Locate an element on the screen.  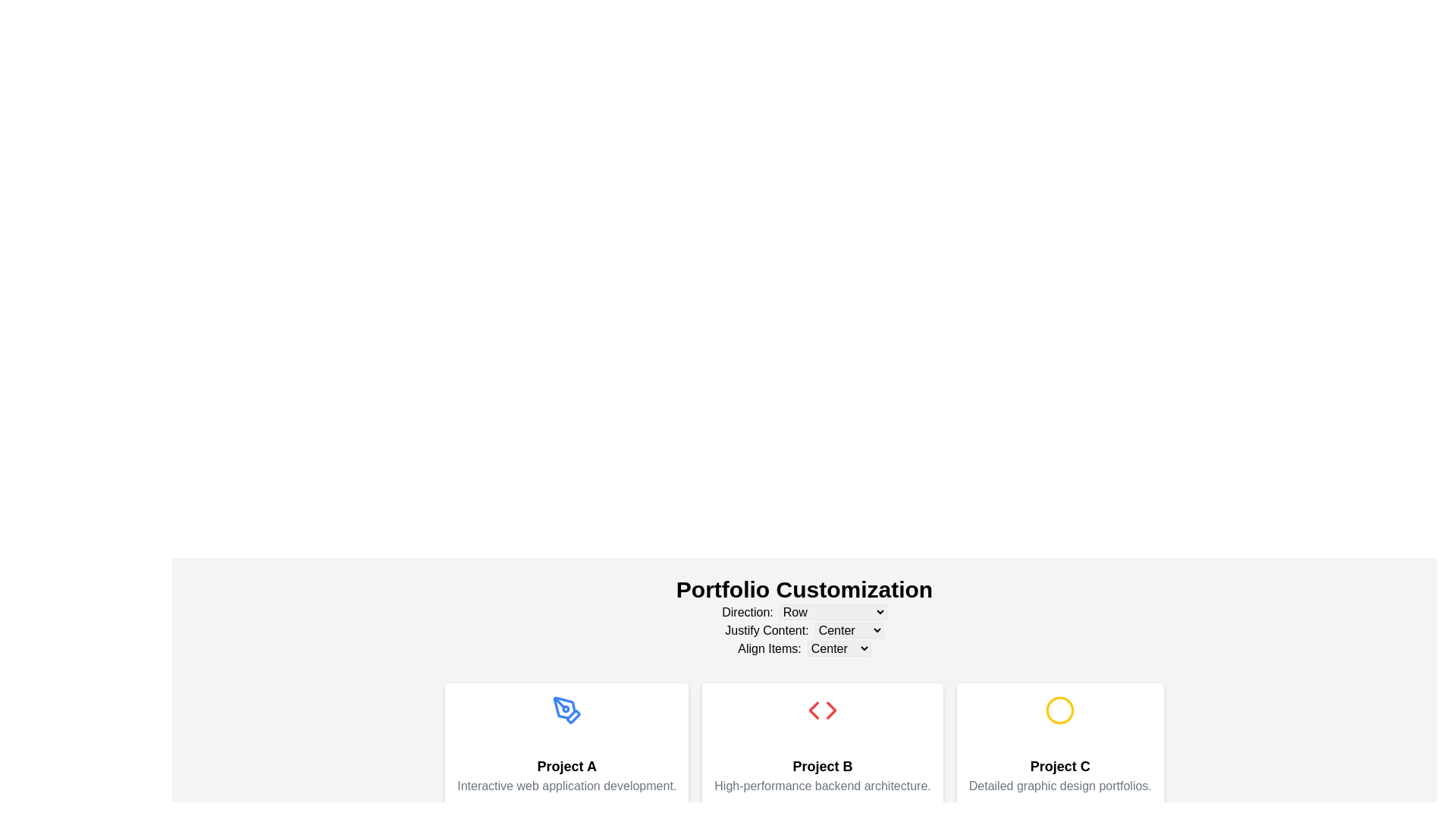
the blue stylized pen tool icon embedded within a circular frame, located above the 'Project A' section is located at coordinates (563, 708).